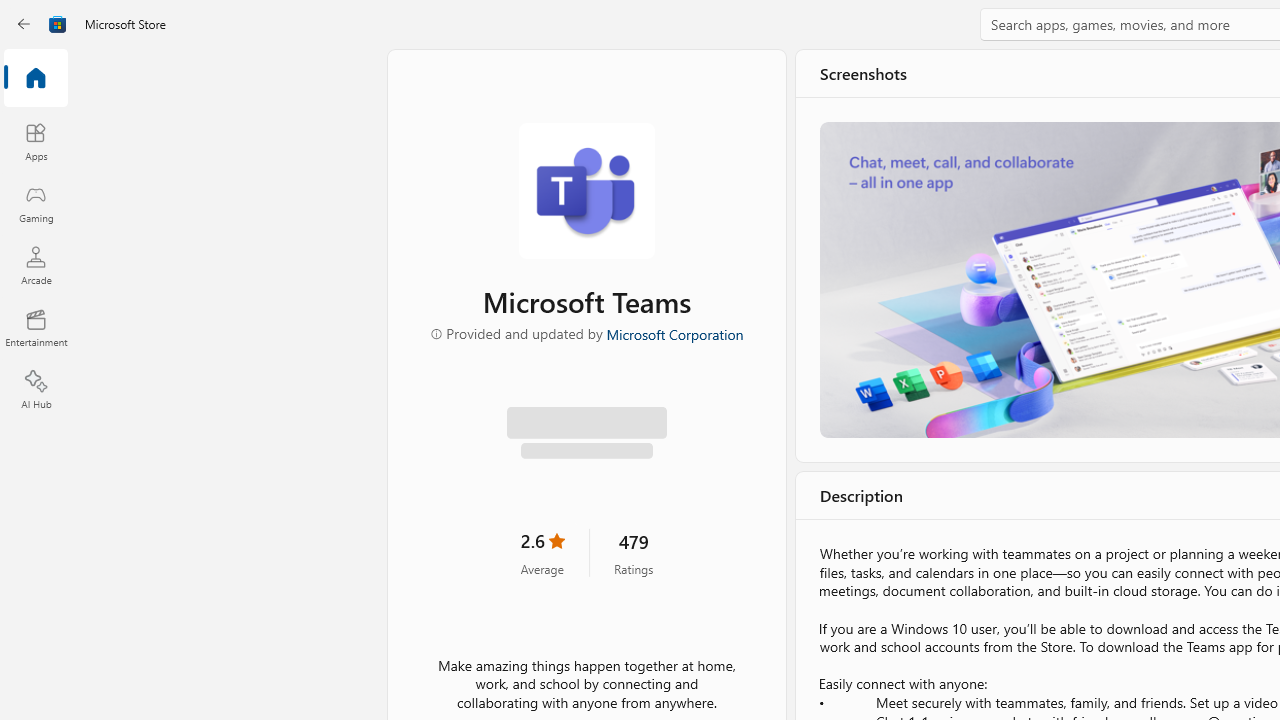  What do you see at coordinates (58, 24) in the screenshot?
I see `'Class: Image'` at bounding box center [58, 24].